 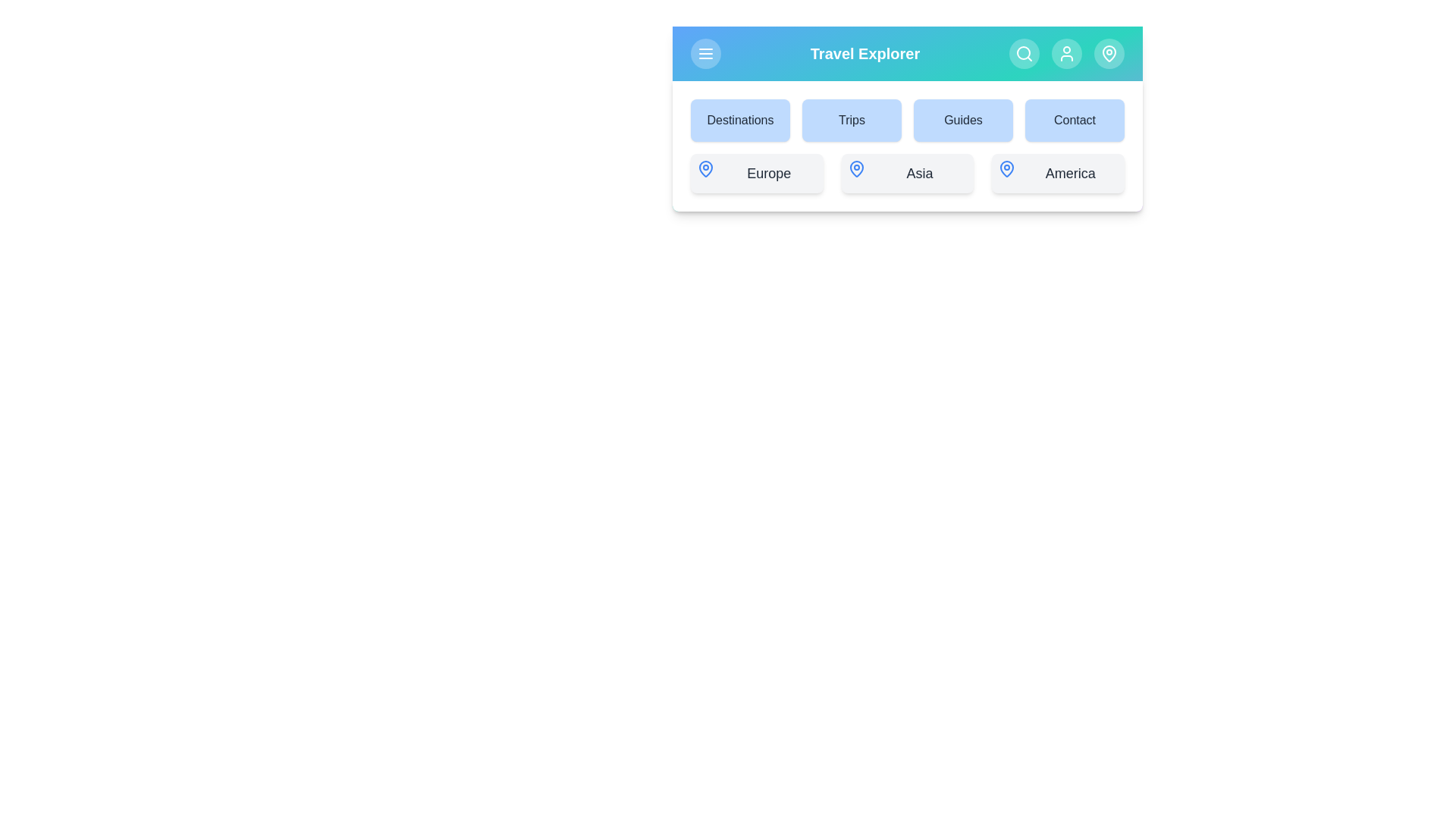 What do you see at coordinates (757, 172) in the screenshot?
I see `the Europe button to select it` at bounding box center [757, 172].